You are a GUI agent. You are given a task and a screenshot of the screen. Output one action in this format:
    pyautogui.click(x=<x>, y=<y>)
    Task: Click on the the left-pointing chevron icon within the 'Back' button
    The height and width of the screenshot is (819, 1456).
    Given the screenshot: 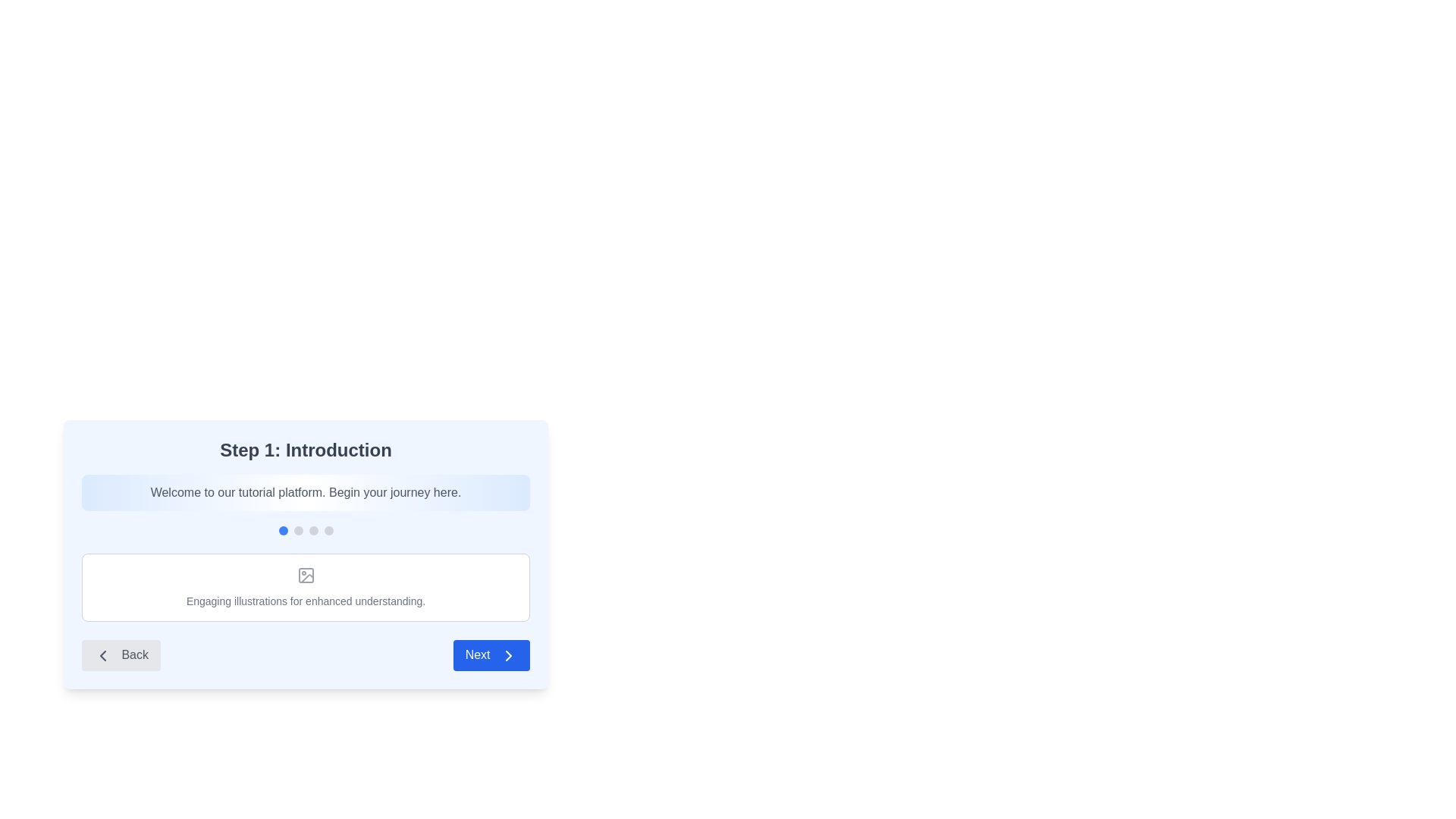 What is the action you would take?
    pyautogui.click(x=102, y=654)
    